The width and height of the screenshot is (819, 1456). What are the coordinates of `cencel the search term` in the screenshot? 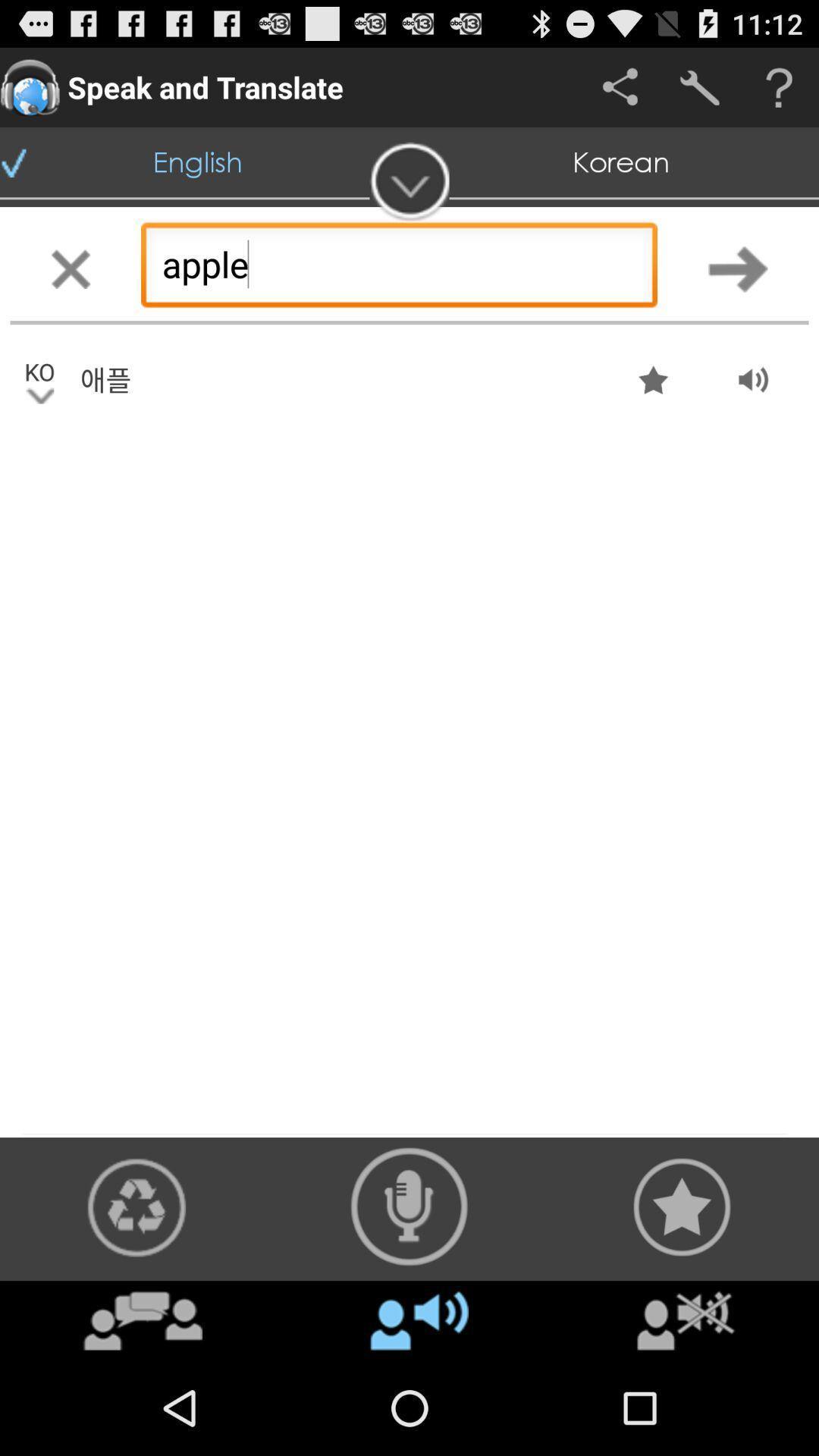 It's located at (70, 268).